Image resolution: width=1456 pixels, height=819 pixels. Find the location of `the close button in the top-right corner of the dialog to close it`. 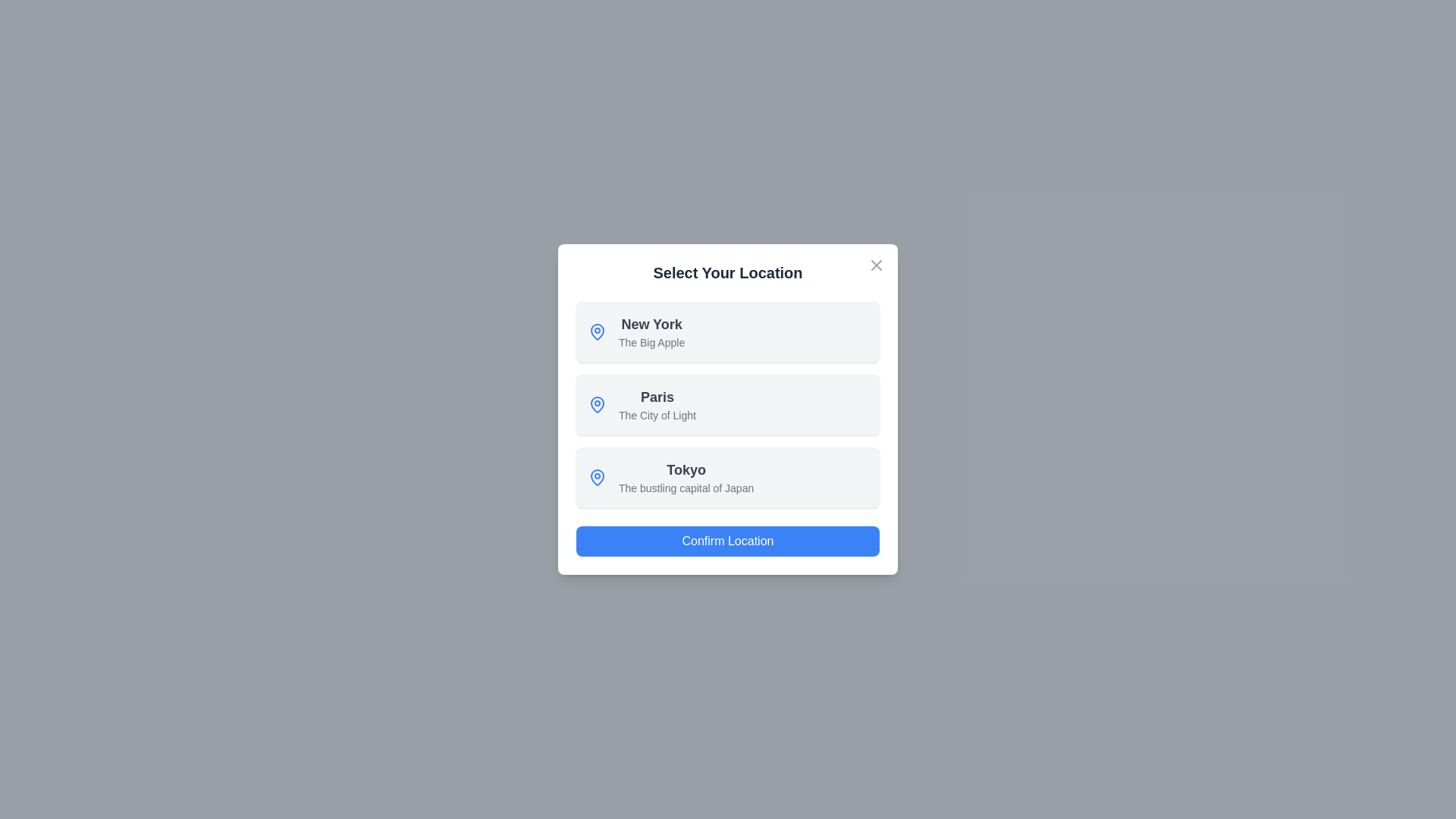

the close button in the top-right corner of the dialog to close it is located at coordinates (877, 265).